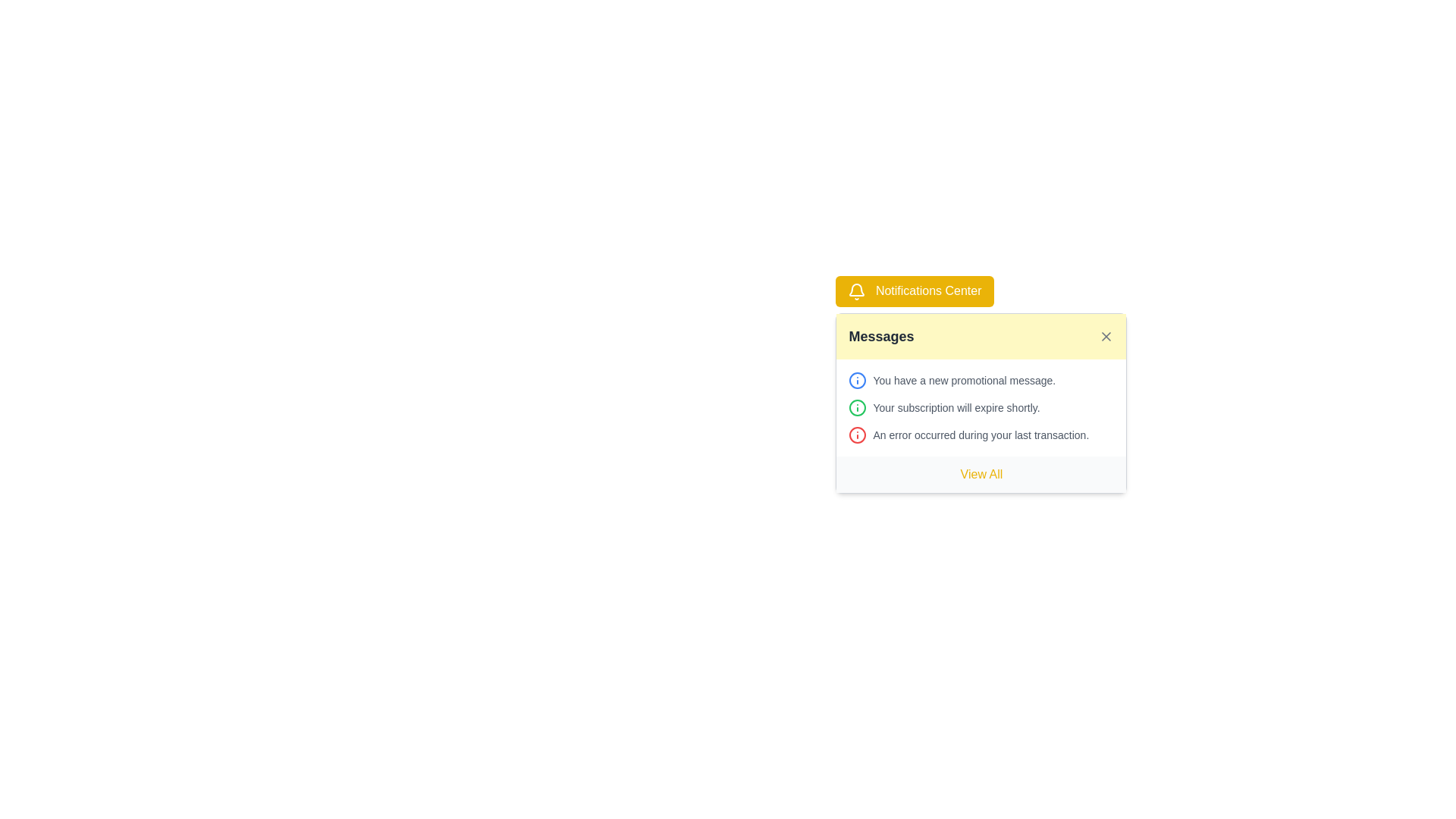 The width and height of the screenshot is (1456, 819). Describe the element at coordinates (857, 291) in the screenshot. I see `the bell icon located to the left of the 'Notifications Center' button, which features a minimalist design and is rendered in a contrasting color against a yellow background` at that location.